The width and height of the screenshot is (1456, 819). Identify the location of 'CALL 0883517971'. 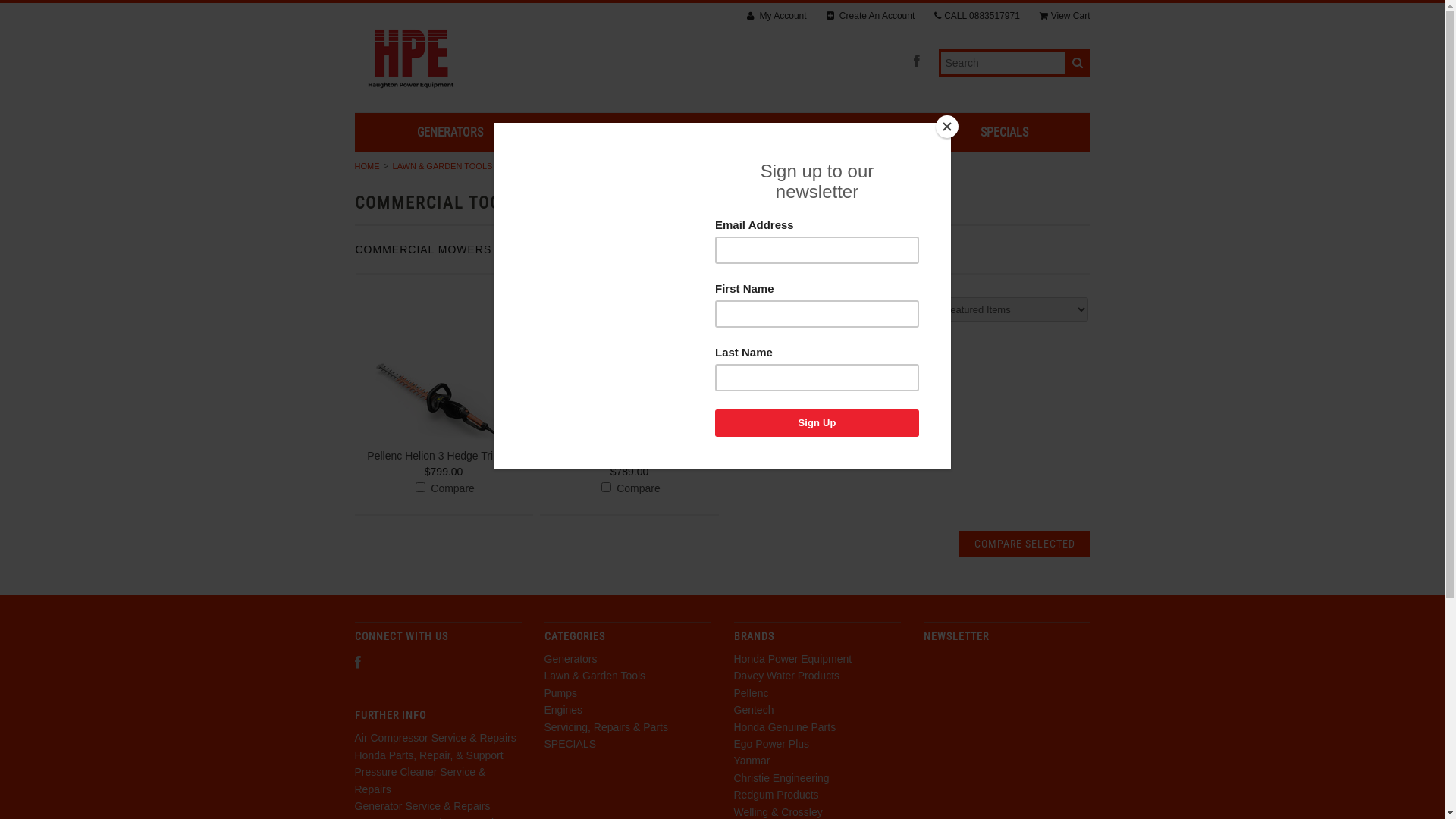
(977, 16).